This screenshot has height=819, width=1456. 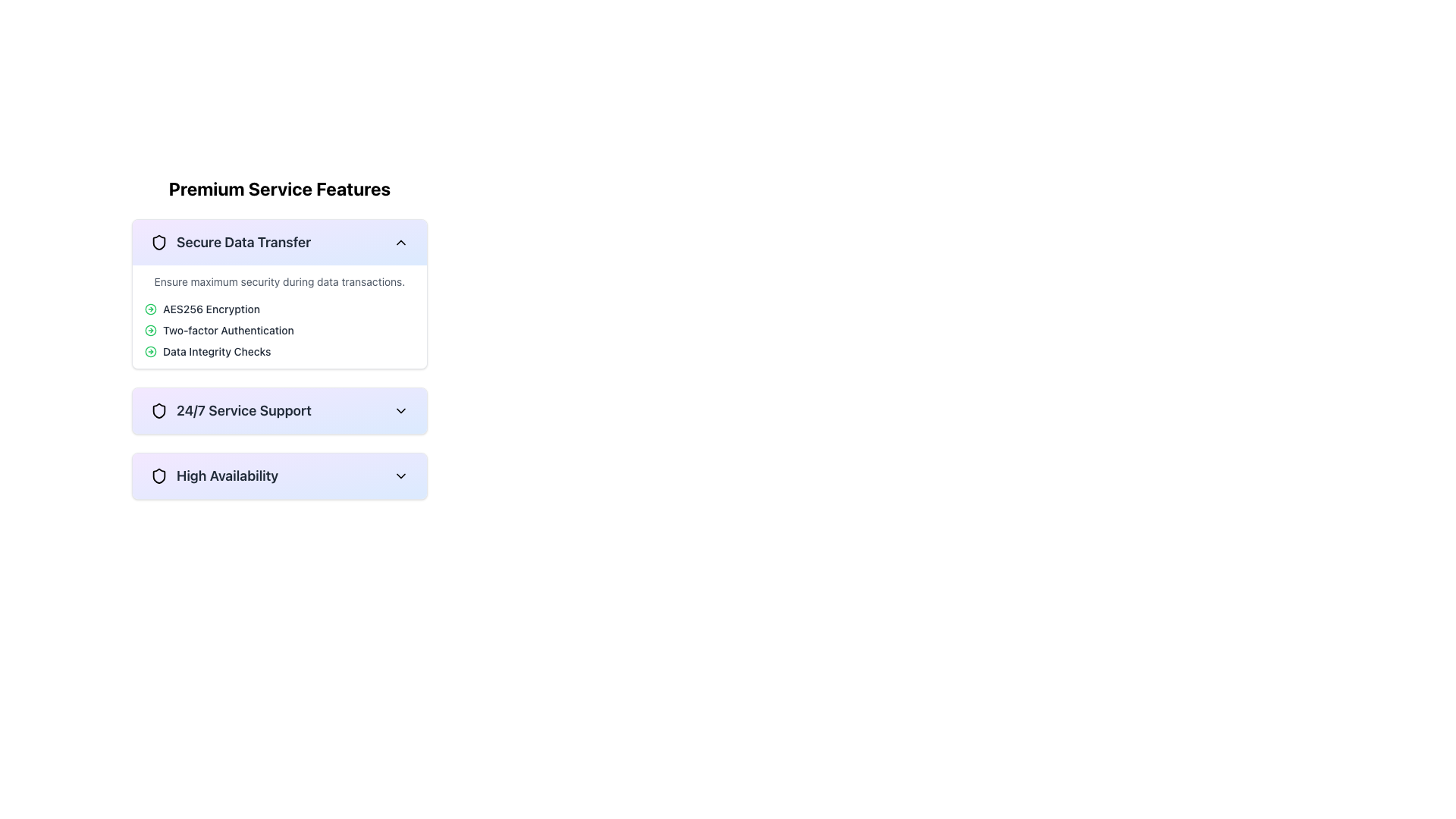 What do you see at coordinates (230, 411) in the screenshot?
I see `the '24/7 Service Support' Collapsible Section Header` at bounding box center [230, 411].